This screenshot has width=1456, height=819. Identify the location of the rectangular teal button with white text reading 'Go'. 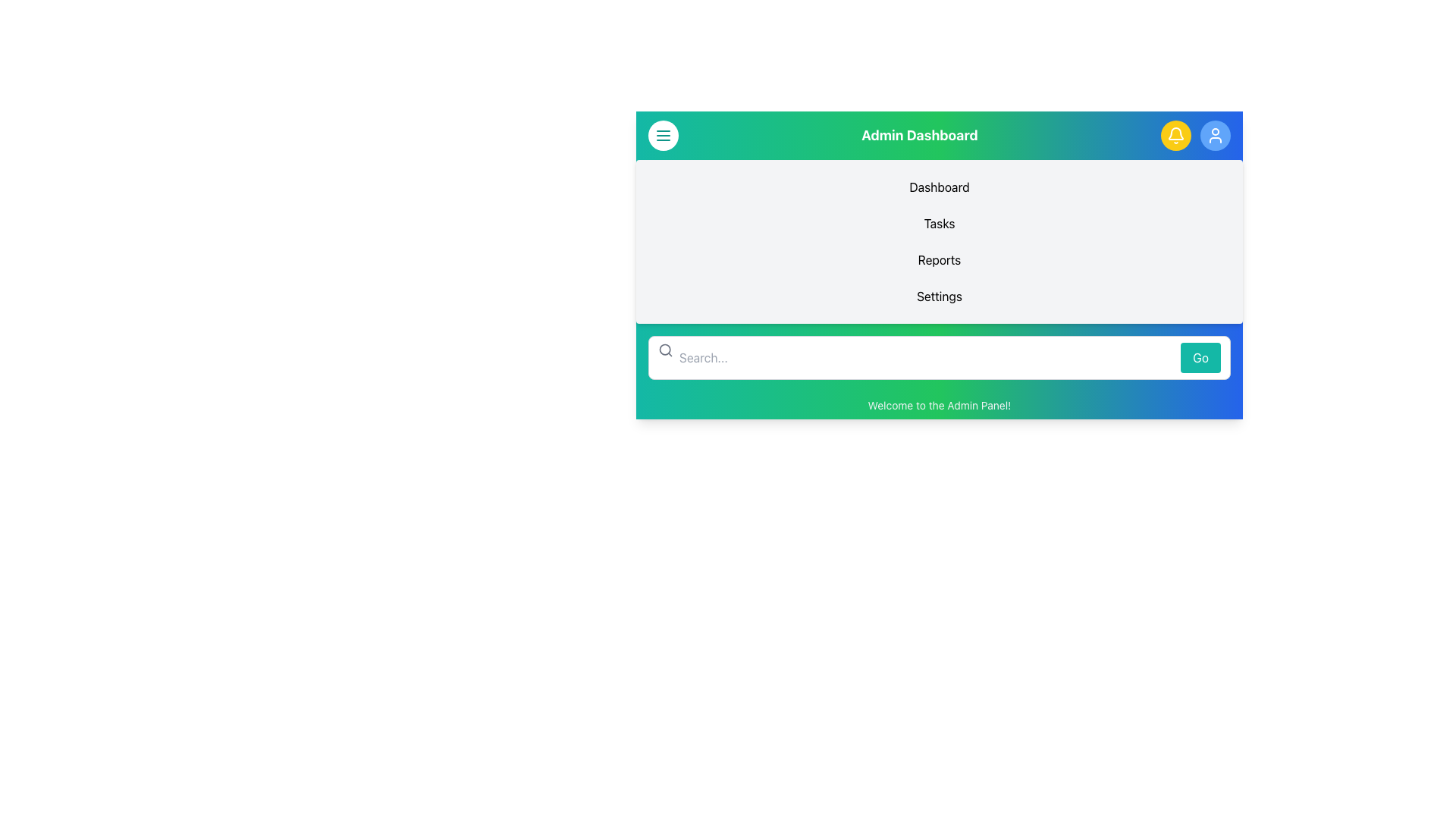
(1200, 357).